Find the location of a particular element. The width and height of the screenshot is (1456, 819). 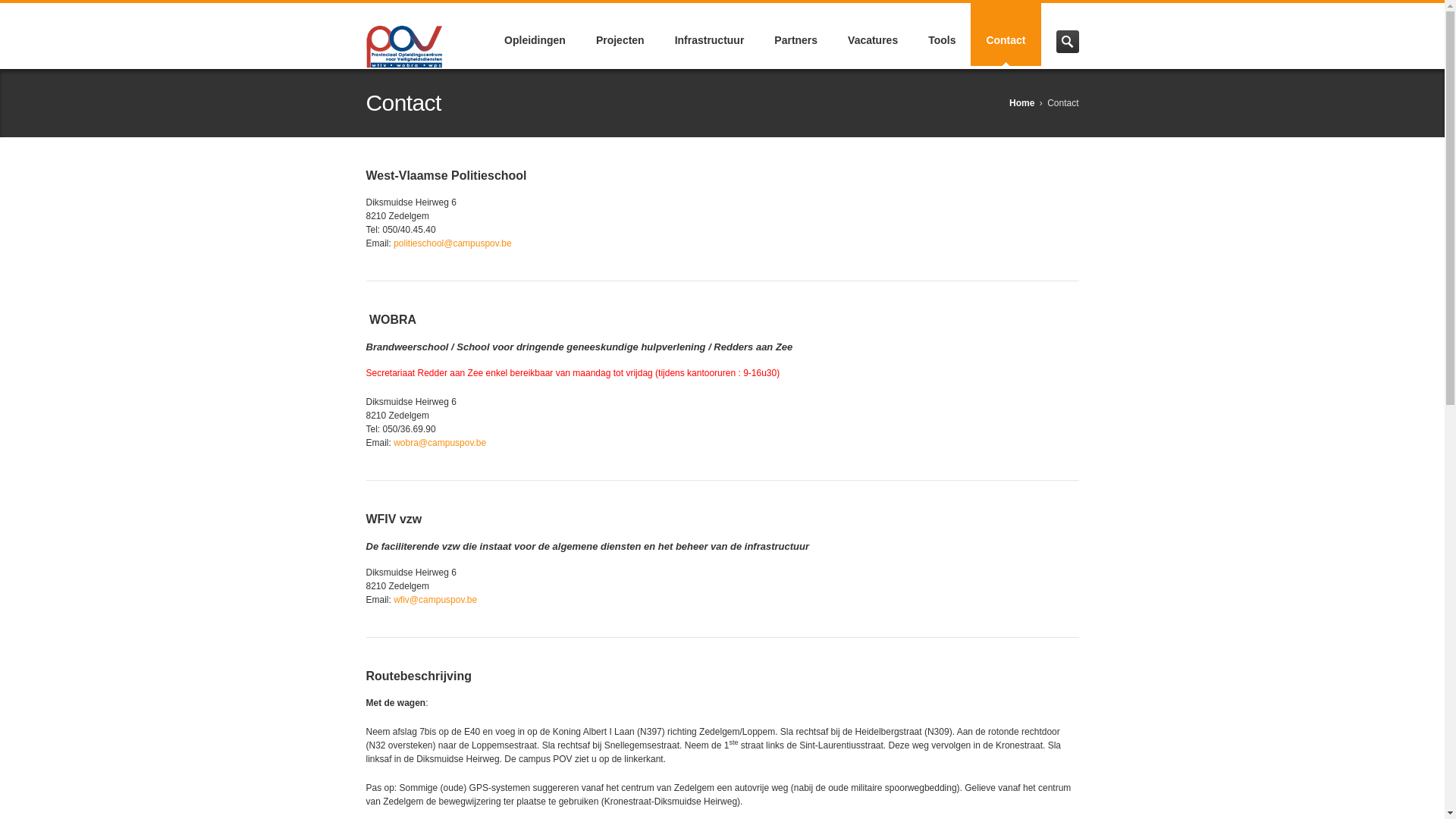

'Tools' is located at coordinates (941, 34).